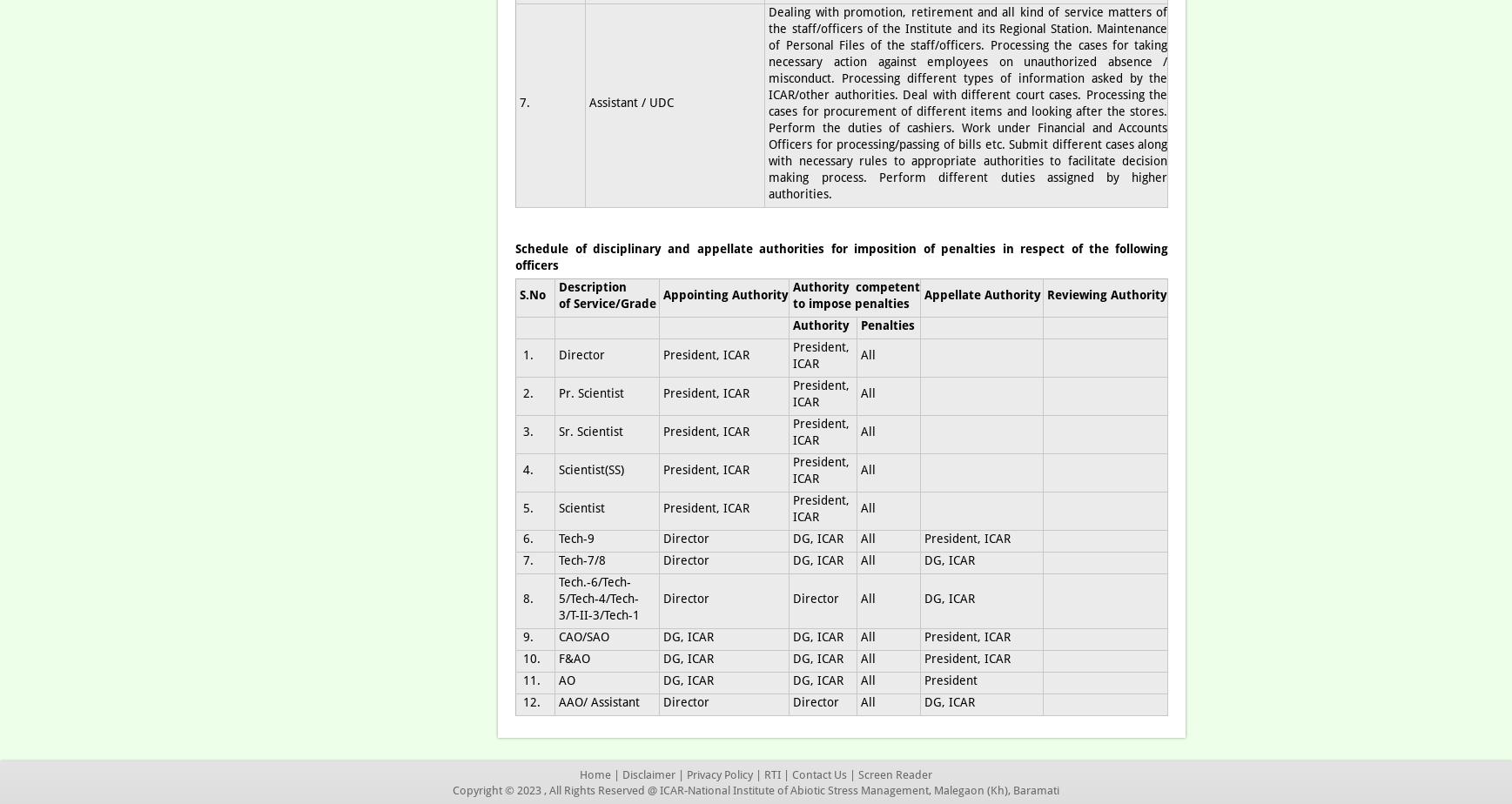 Image resolution: width=1512 pixels, height=804 pixels. I want to click on 'Appointing Authority', so click(724, 295).